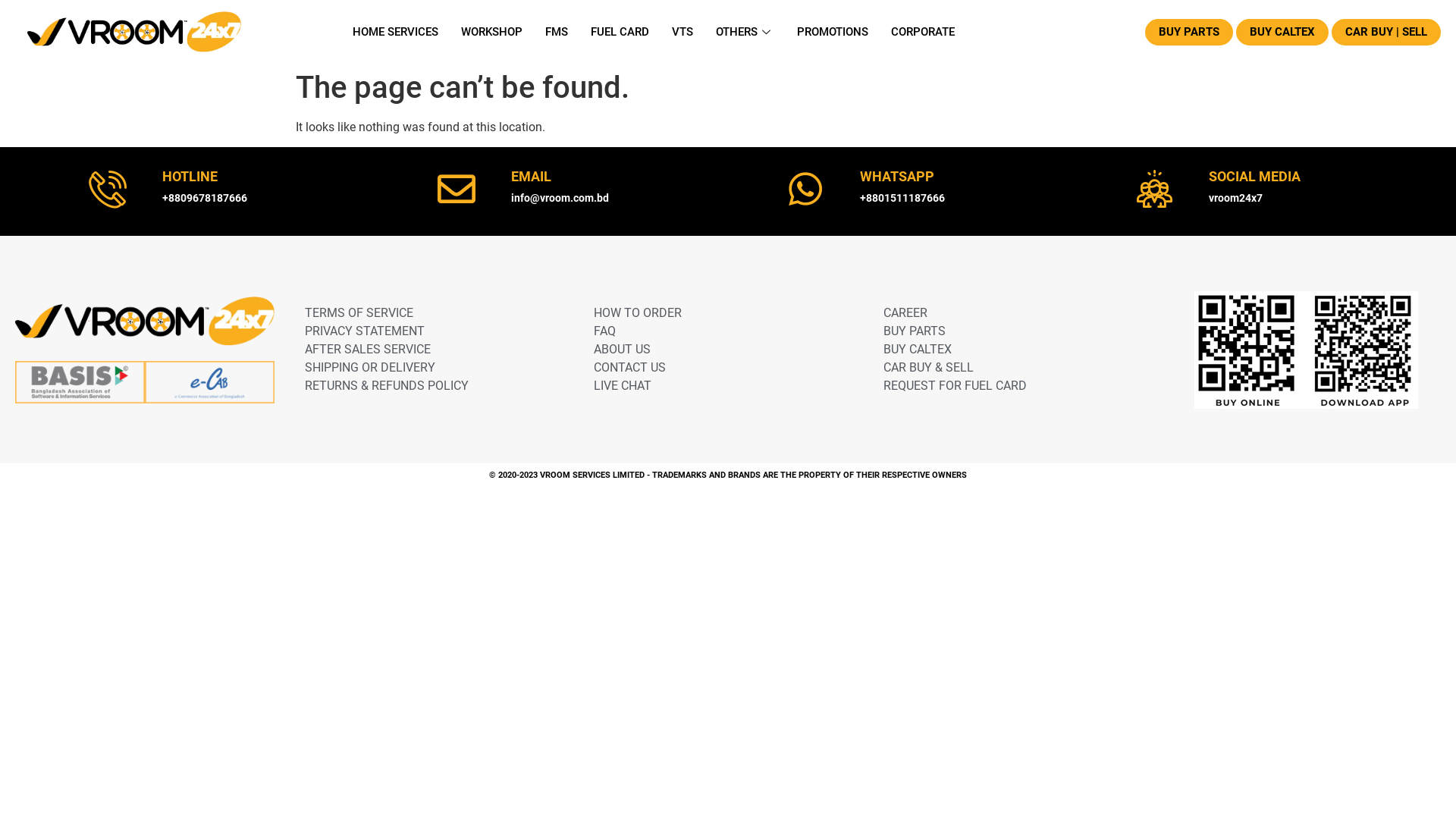  What do you see at coordinates (304, 350) in the screenshot?
I see `'AFTER SALES SERVICE'` at bounding box center [304, 350].